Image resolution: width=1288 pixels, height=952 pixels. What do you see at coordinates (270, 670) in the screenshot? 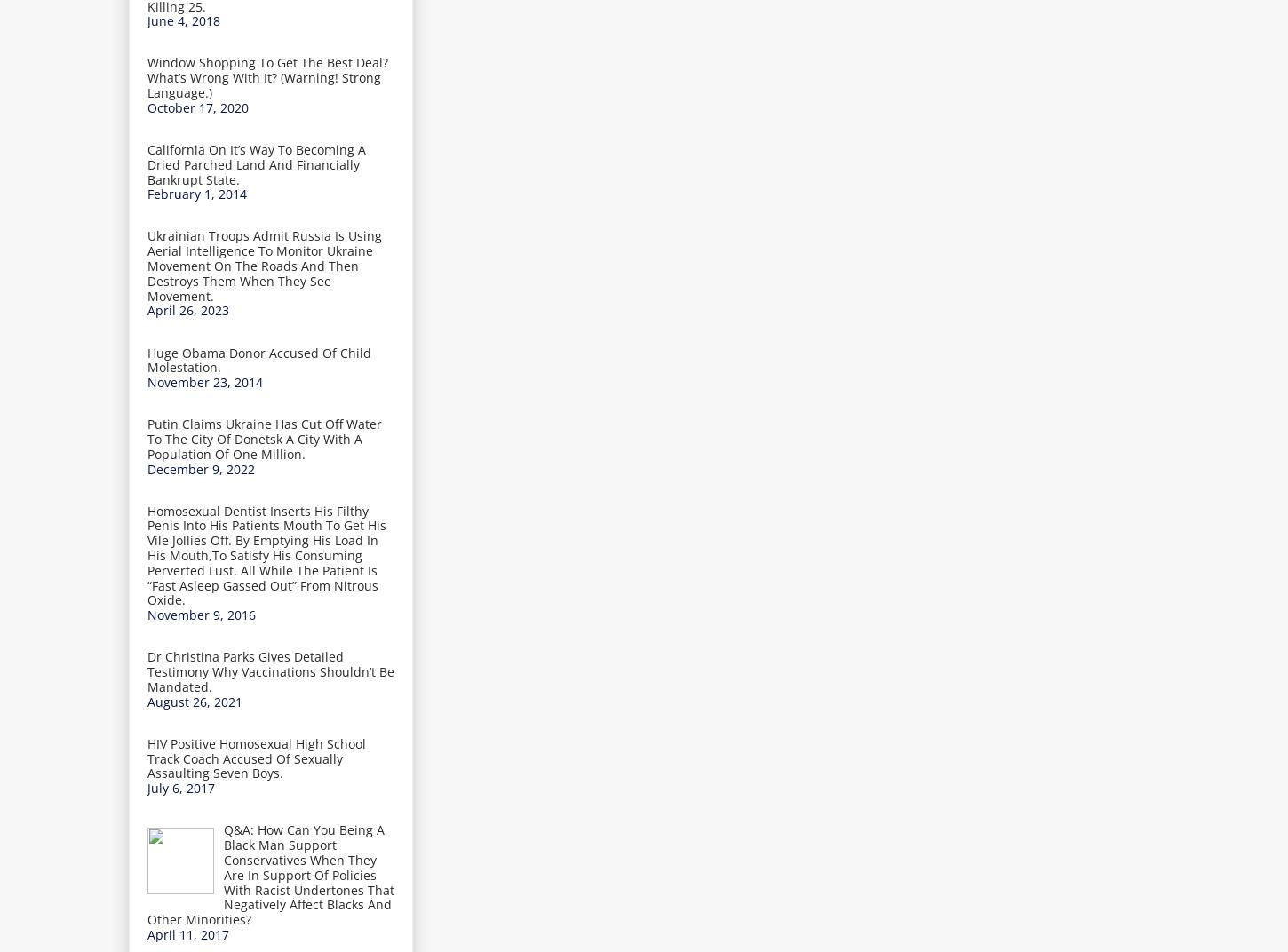
I see `'Dr Christina Parks Gives Detailed Testimony Why Vaccinations Shouldn’t Be Mandated.'` at bounding box center [270, 670].